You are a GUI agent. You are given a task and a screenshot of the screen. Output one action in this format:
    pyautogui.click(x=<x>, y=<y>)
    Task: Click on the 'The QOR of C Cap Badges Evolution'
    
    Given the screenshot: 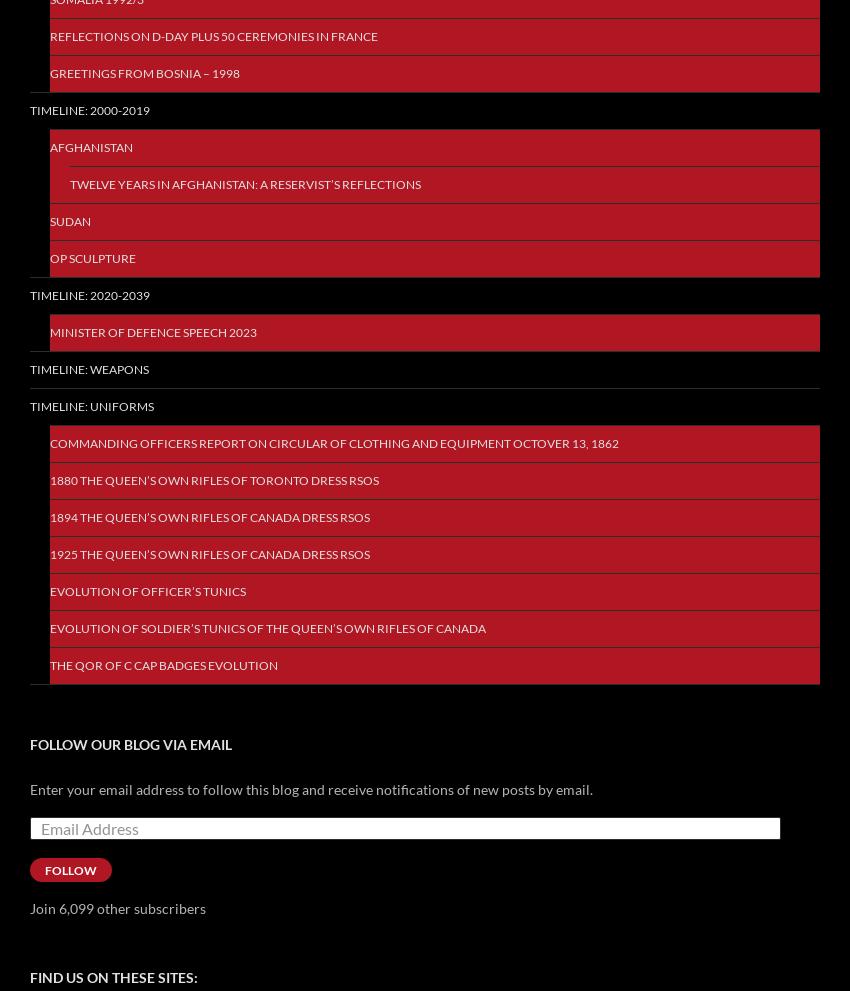 What is the action you would take?
    pyautogui.click(x=163, y=664)
    